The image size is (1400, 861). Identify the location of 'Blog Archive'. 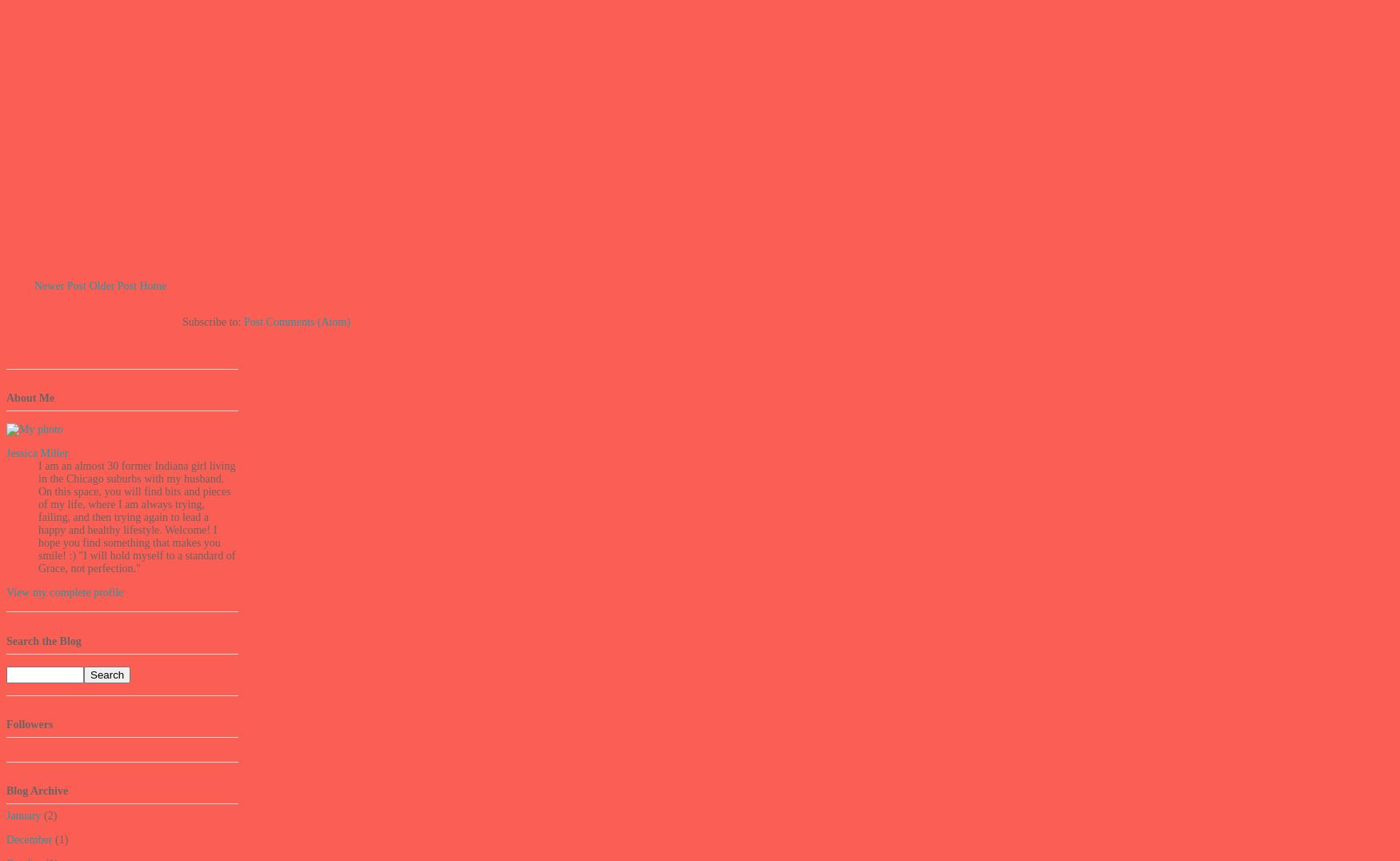
(6, 790).